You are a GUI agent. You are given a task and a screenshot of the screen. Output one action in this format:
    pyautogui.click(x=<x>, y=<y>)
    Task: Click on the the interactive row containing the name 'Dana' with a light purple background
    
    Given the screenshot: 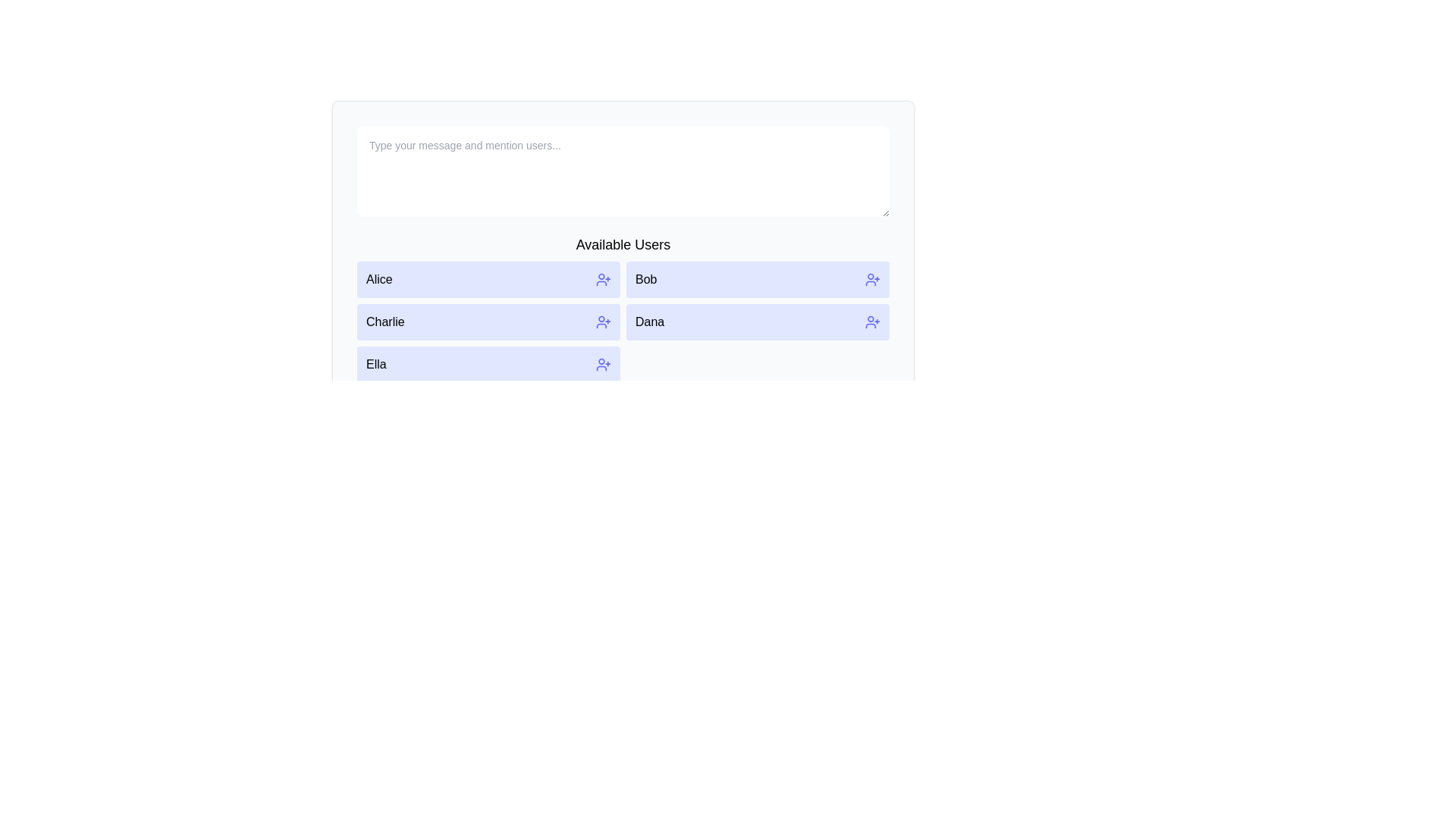 What is the action you would take?
    pyautogui.click(x=758, y=321)
    